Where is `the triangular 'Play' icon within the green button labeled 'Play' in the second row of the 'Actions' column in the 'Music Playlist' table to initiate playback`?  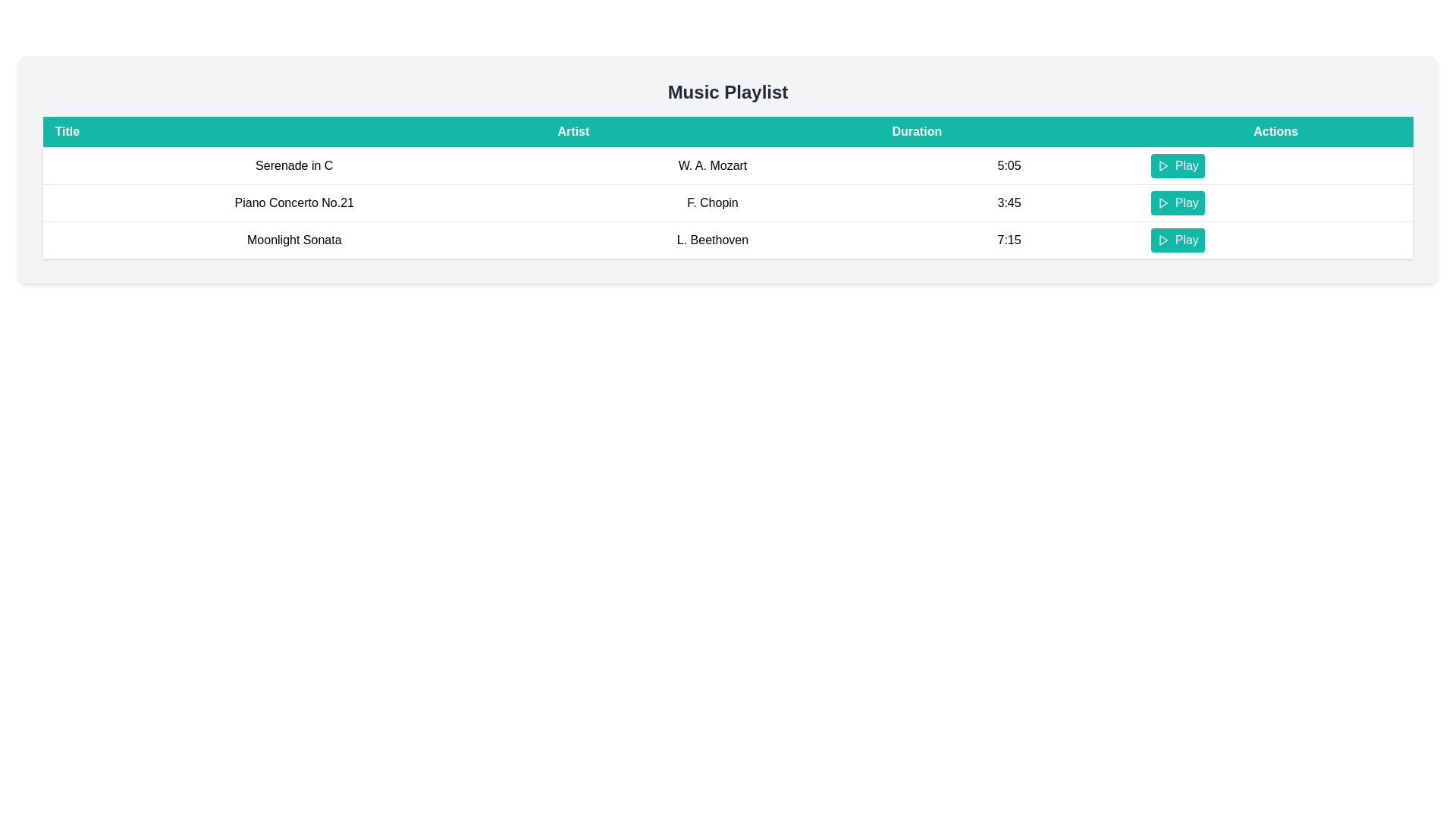 the triangular 'Play' icon within the green button labeled 'Play' in the second row of the 'Actions' column in the 'Music Playlist' table to initiate playback is located at coordinates (1163, 202).